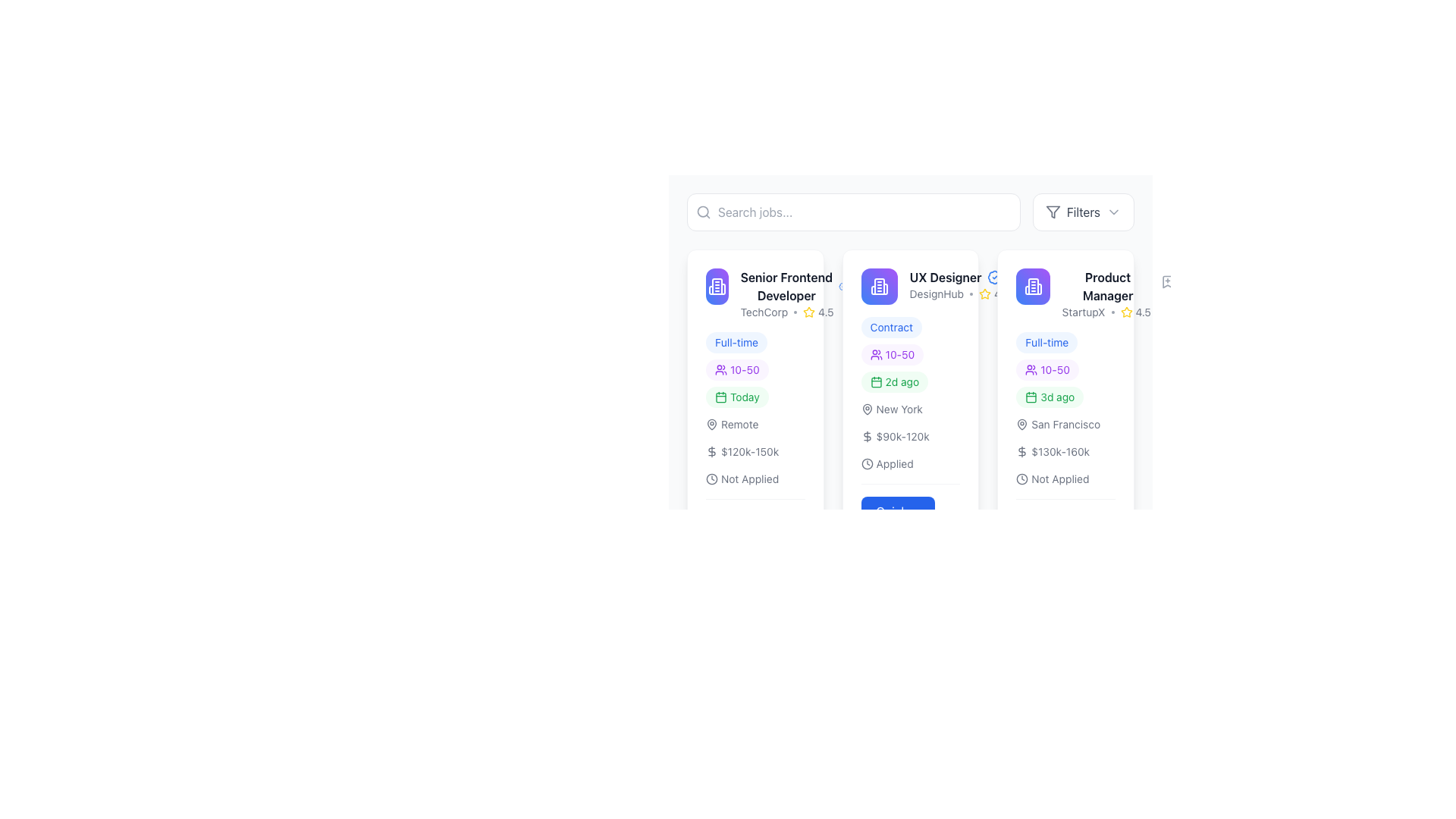 Image resolution: width=1456 pixels, height=819 pixels. Describe the element at coordinates (891, 327) in the screenshot. I see `the 'Contract' badge, which is a blue text badge with a light blue background, positioned at the top of the job listing card for a 'UX Designer' role` at that location.